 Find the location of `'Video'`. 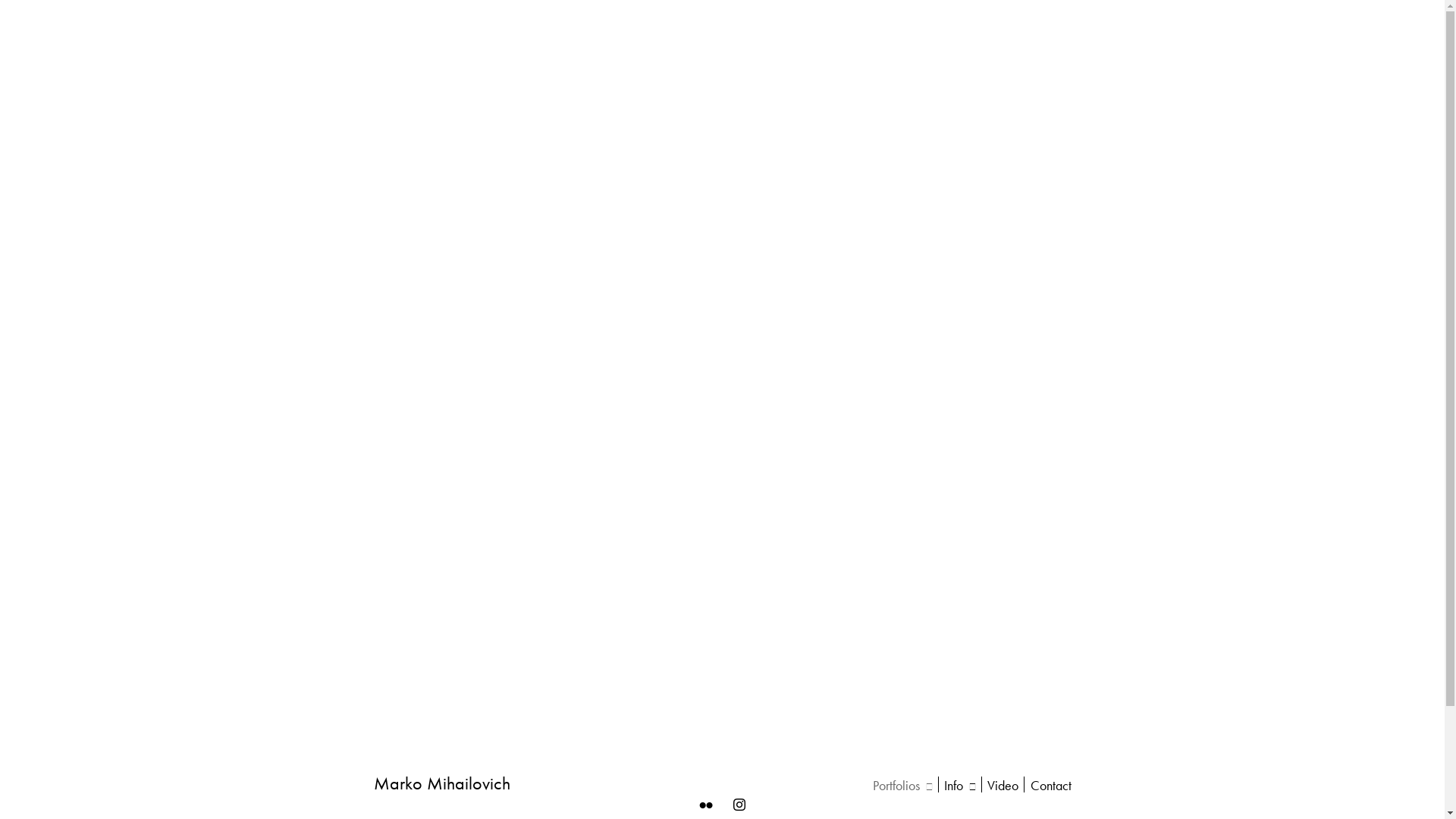

'Video' is located at coordinates (987, 785).